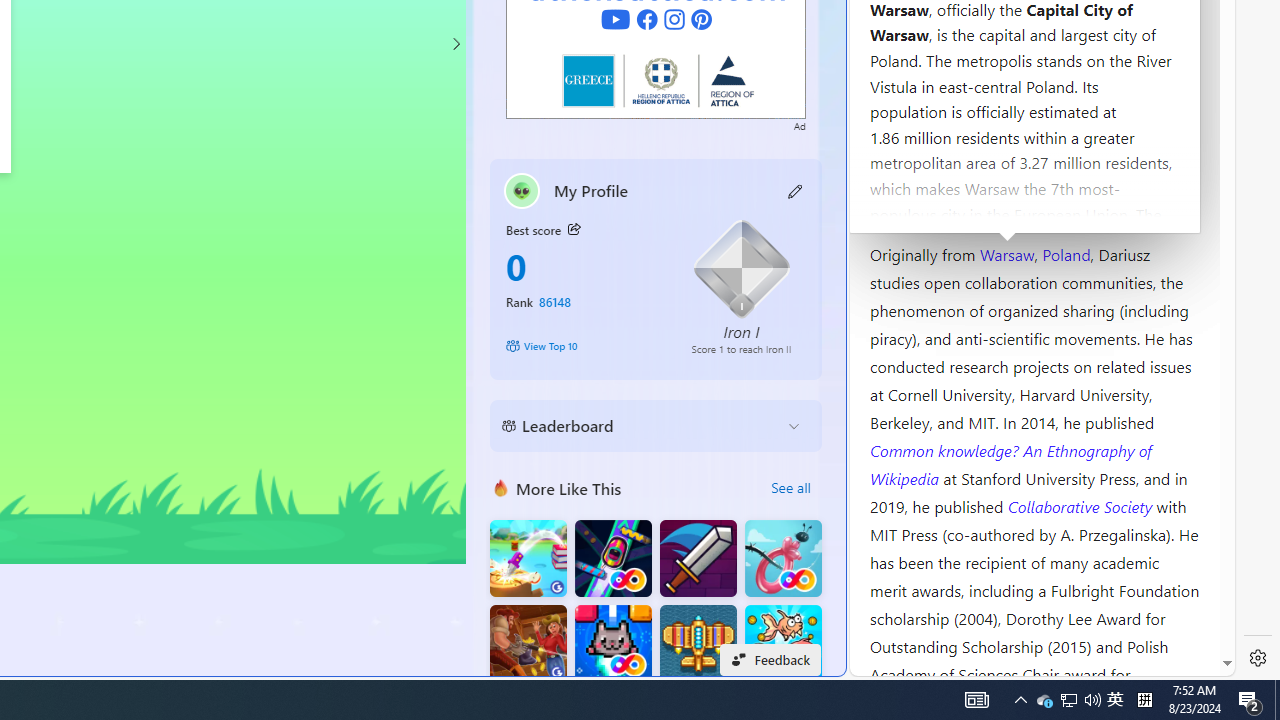 The height and width of the screenshot is (720, 1280). Describe the element at coordinates (612, 643) in the screenshot. I see `'Kitten Force FRVR'` at that location.